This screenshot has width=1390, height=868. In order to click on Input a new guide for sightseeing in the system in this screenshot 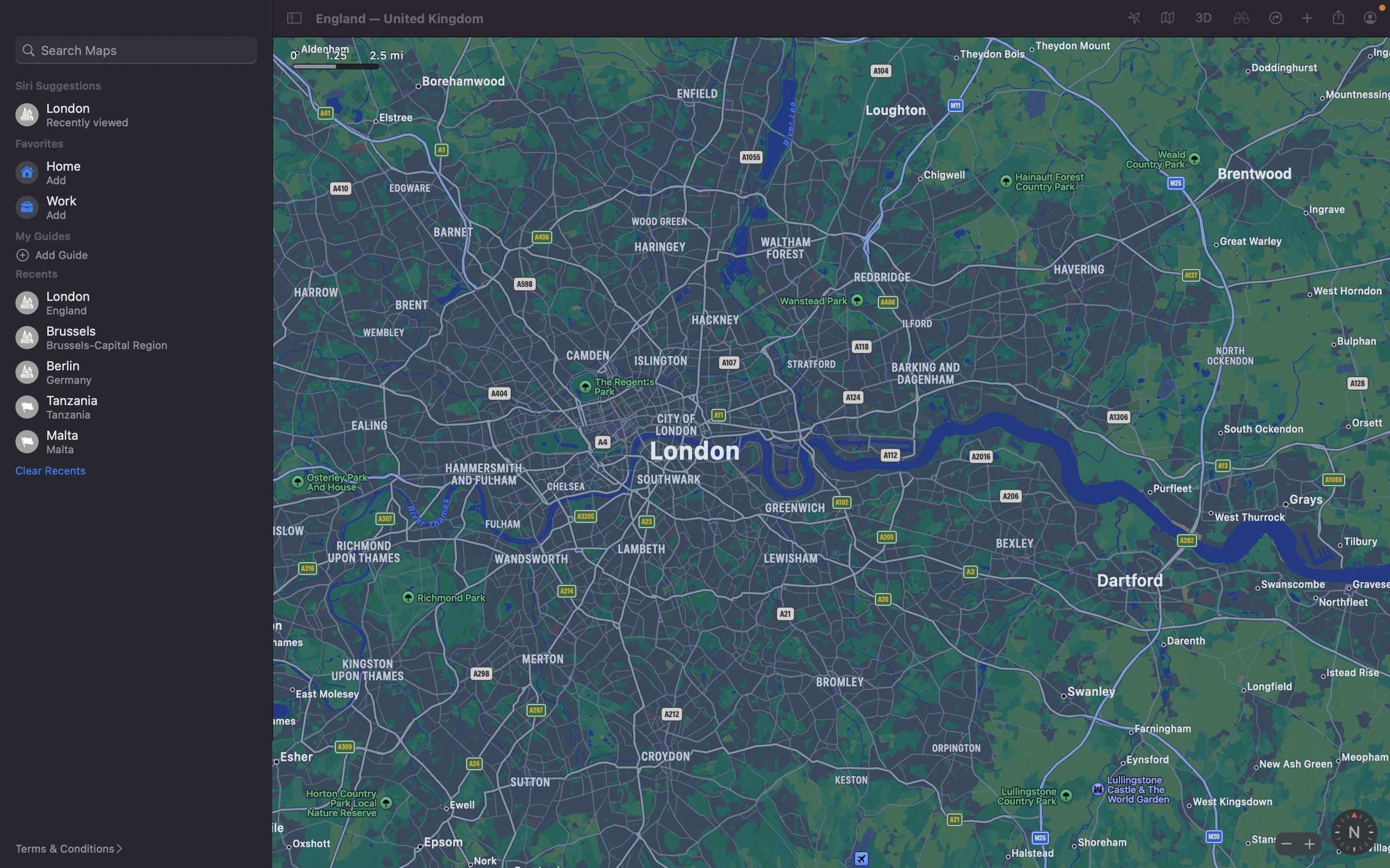, I will do `click(140, 254)`.